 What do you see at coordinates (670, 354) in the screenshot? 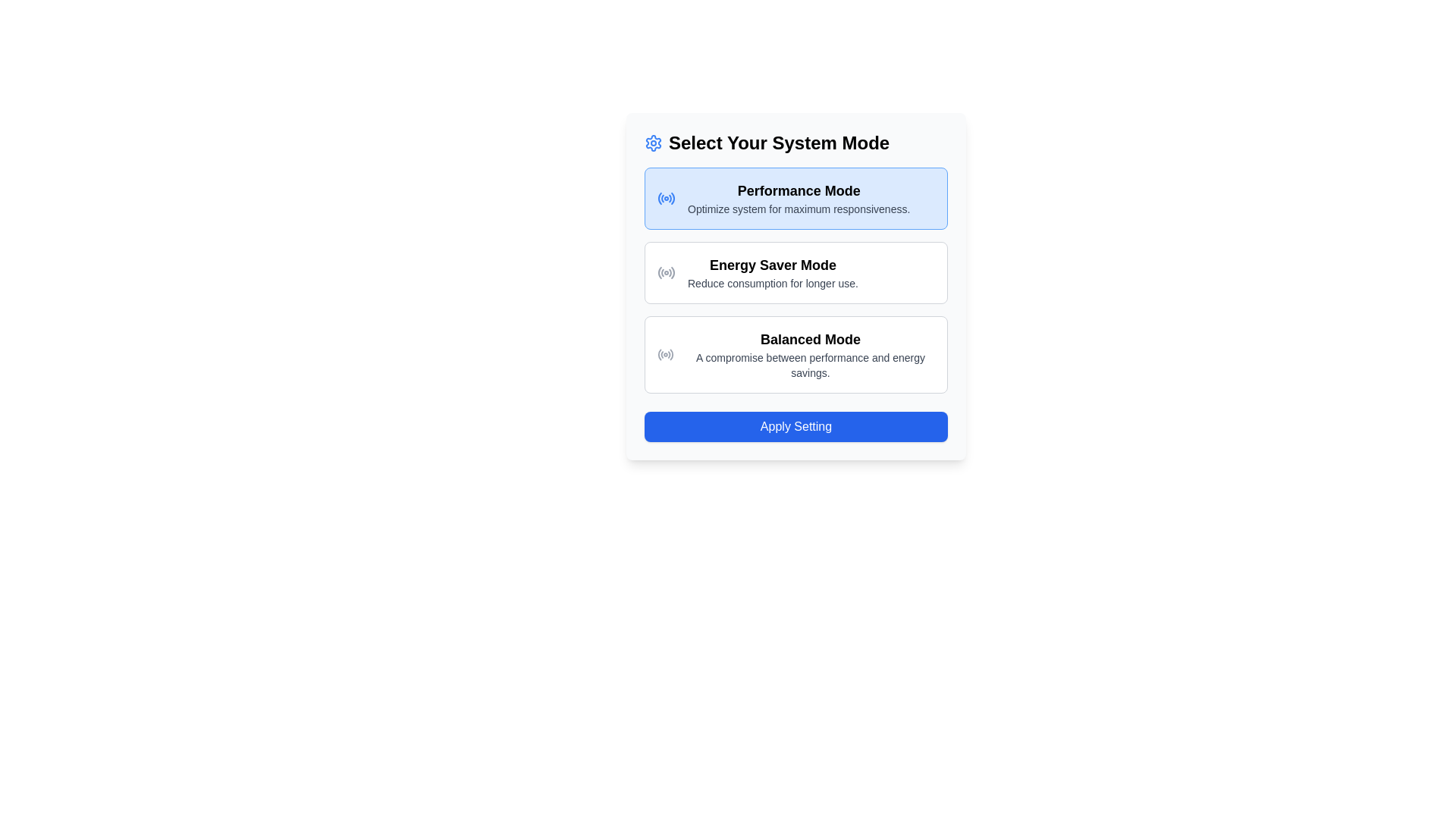
I see `the fifth segment of the circular radio wave symbol within the 'Balanced Mode' option's radio wave icon` at bounding box center [670, 354].